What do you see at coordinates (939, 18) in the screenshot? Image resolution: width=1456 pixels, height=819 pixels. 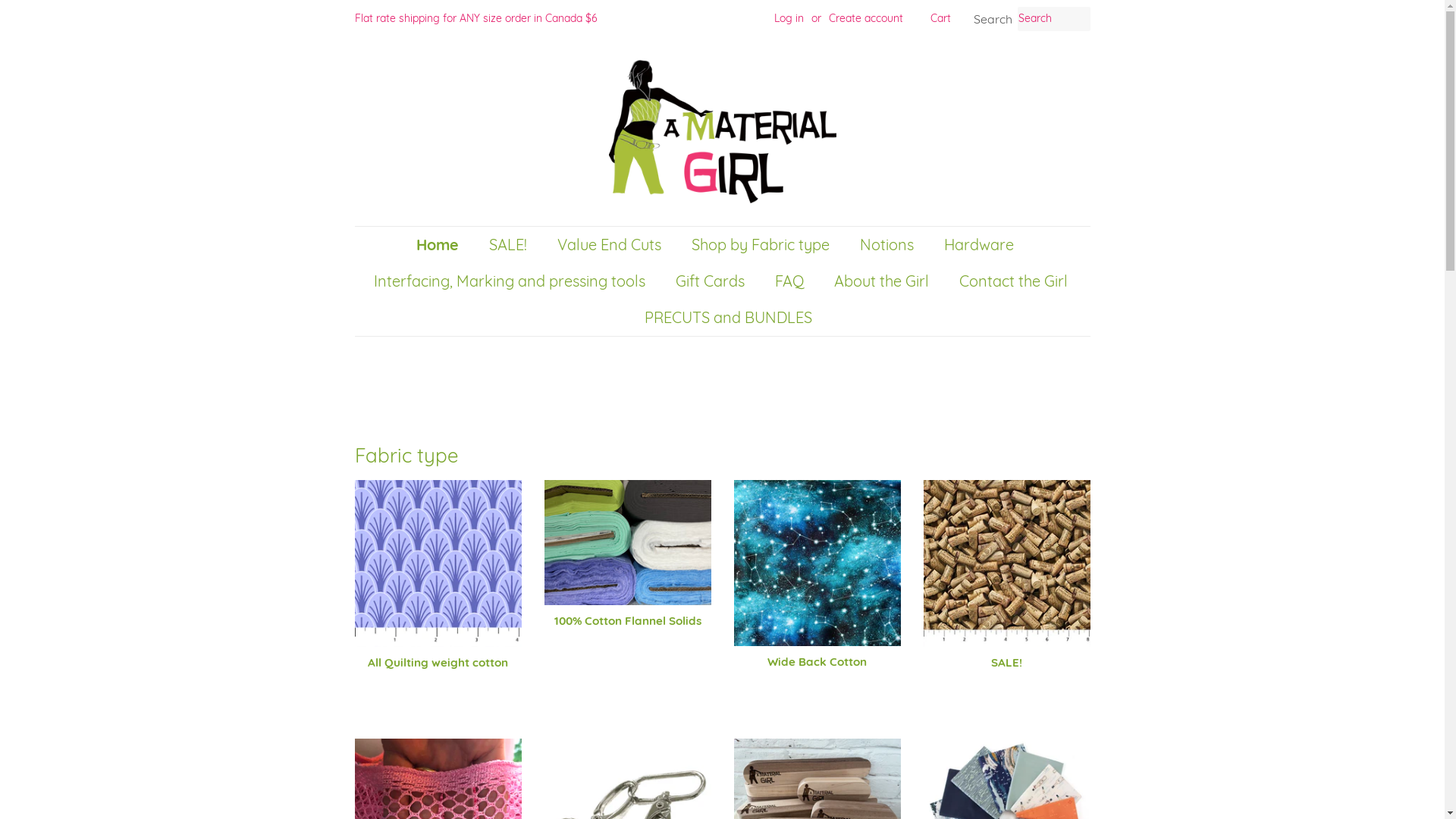 I see `'Cart'` at bounding box center [939, 18].